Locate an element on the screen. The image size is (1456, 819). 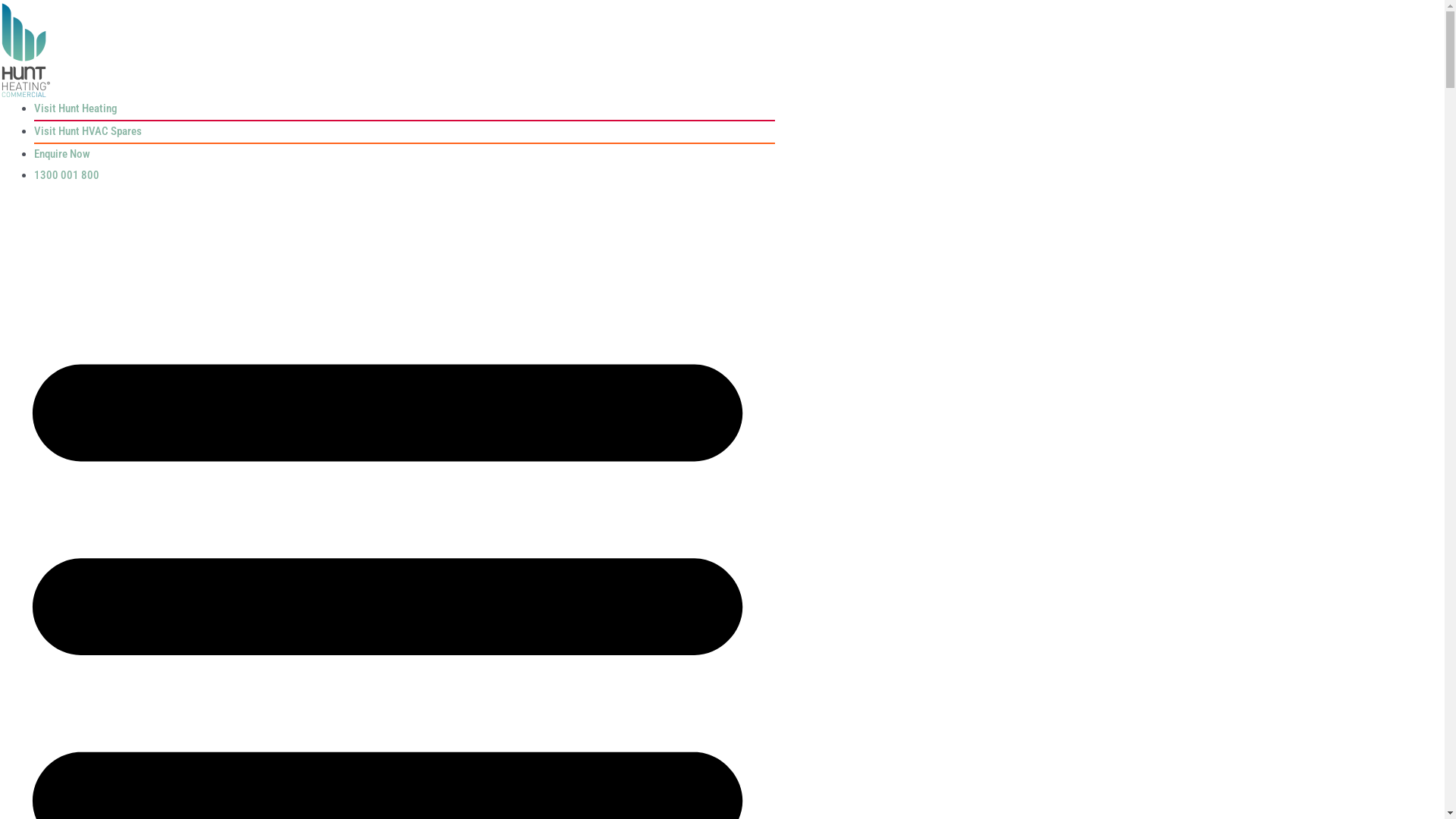
'Visit Hunt Heating' is located at coordinates (33, 107).